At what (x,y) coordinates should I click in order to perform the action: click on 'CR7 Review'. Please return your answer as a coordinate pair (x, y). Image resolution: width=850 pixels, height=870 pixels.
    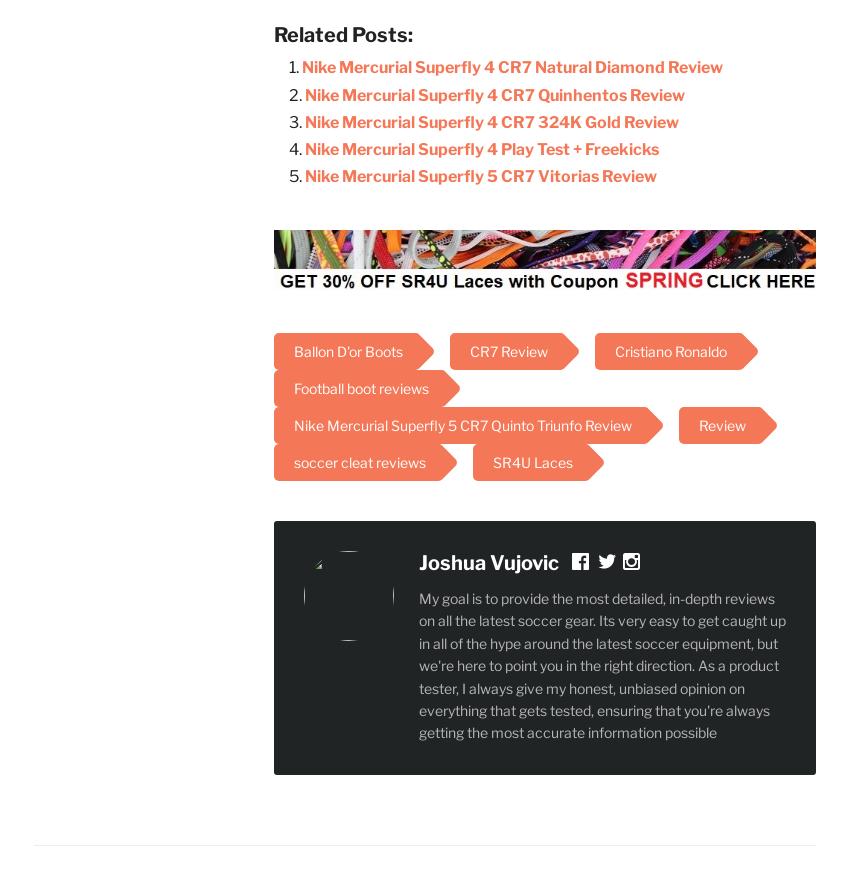
    Looking at the image, I should click on (469, 351).